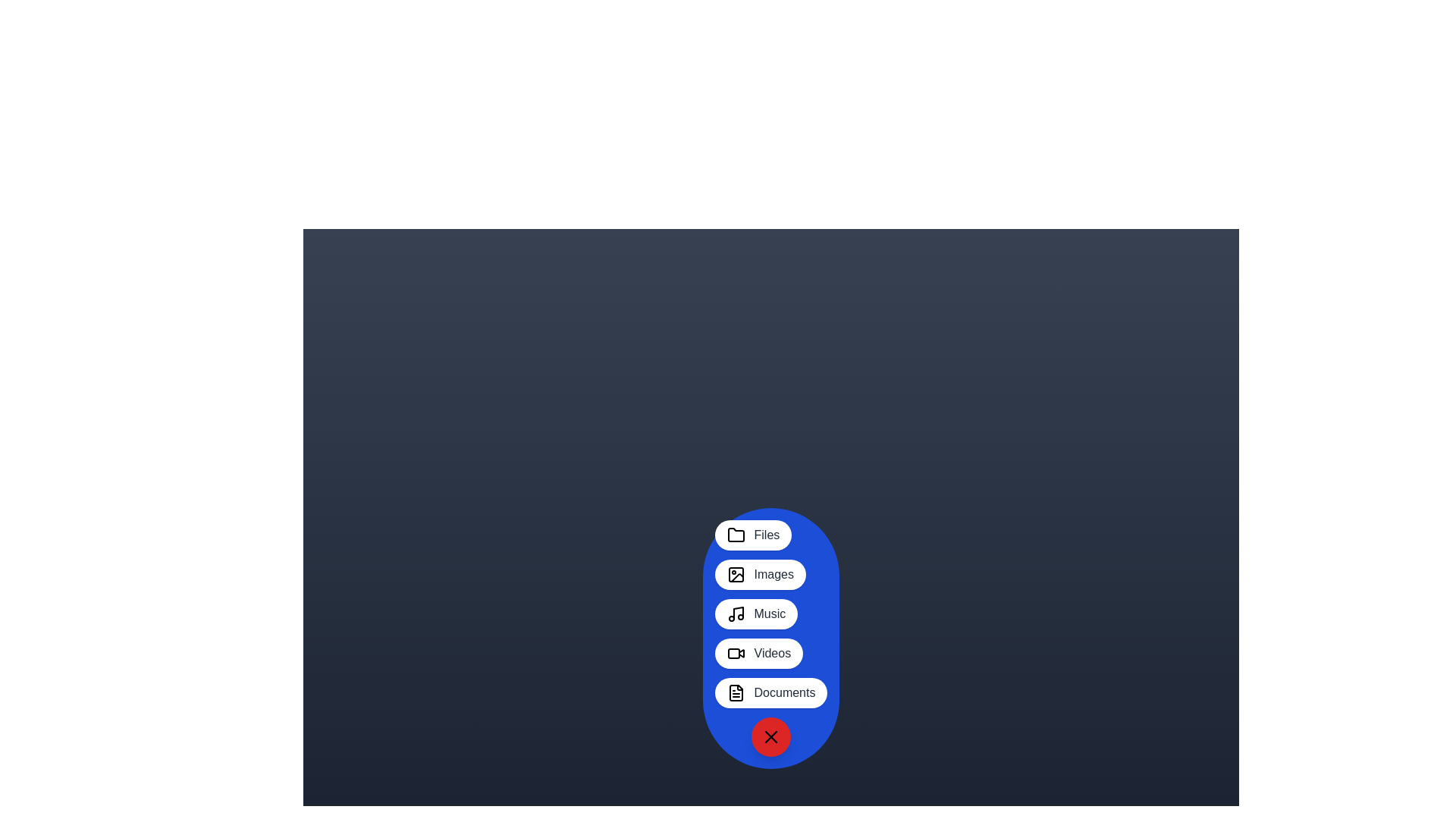 The width and height of the screenshot is (1456, 819). What do you see at coordinates (771, 736) in the screenshot?
I see `the toggle button to open or close the menu` at bounding box center [771, 736].